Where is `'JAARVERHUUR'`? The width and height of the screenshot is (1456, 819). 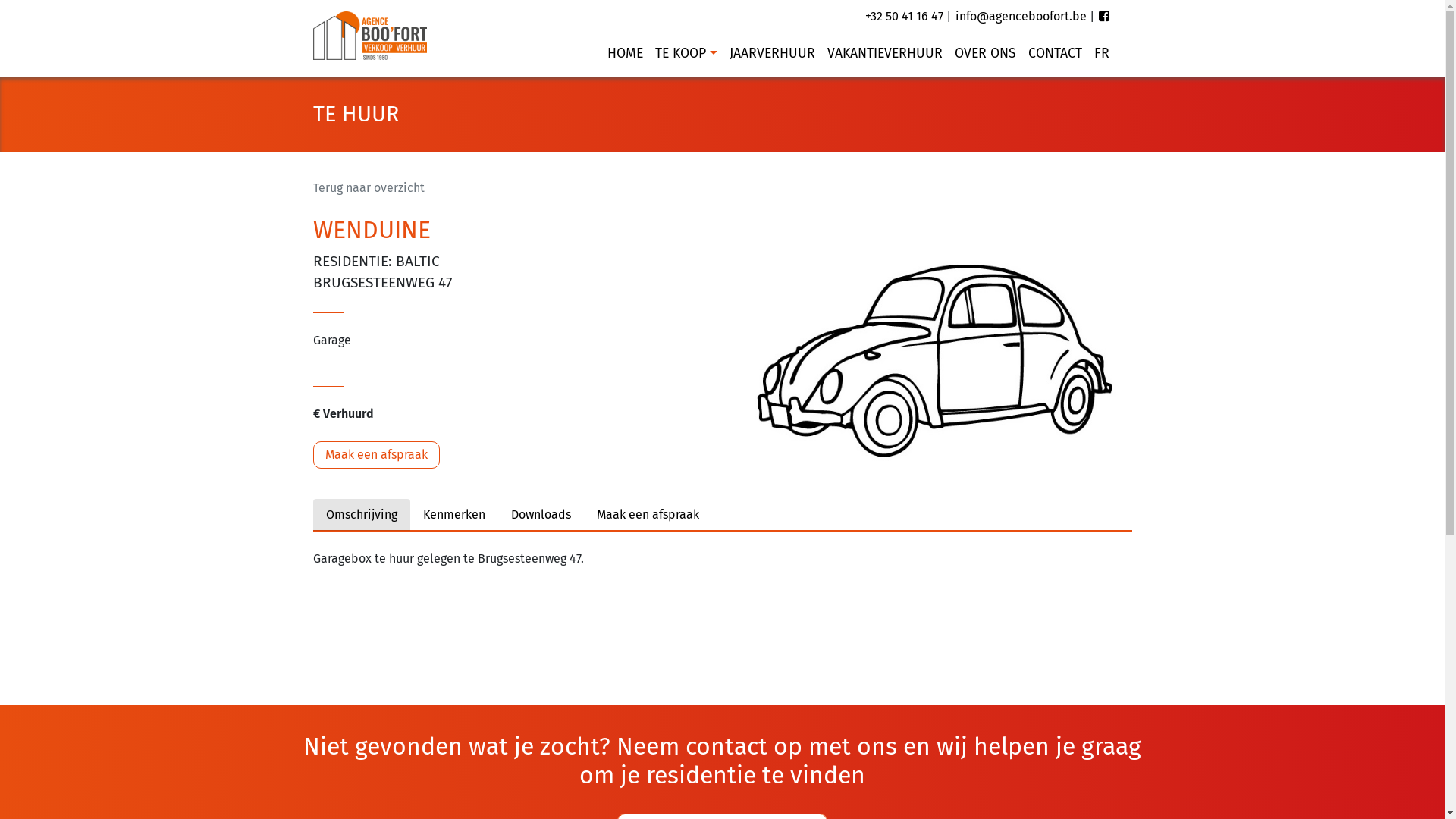 'JAARVERHUUR' is located at coordinates (723, 52).